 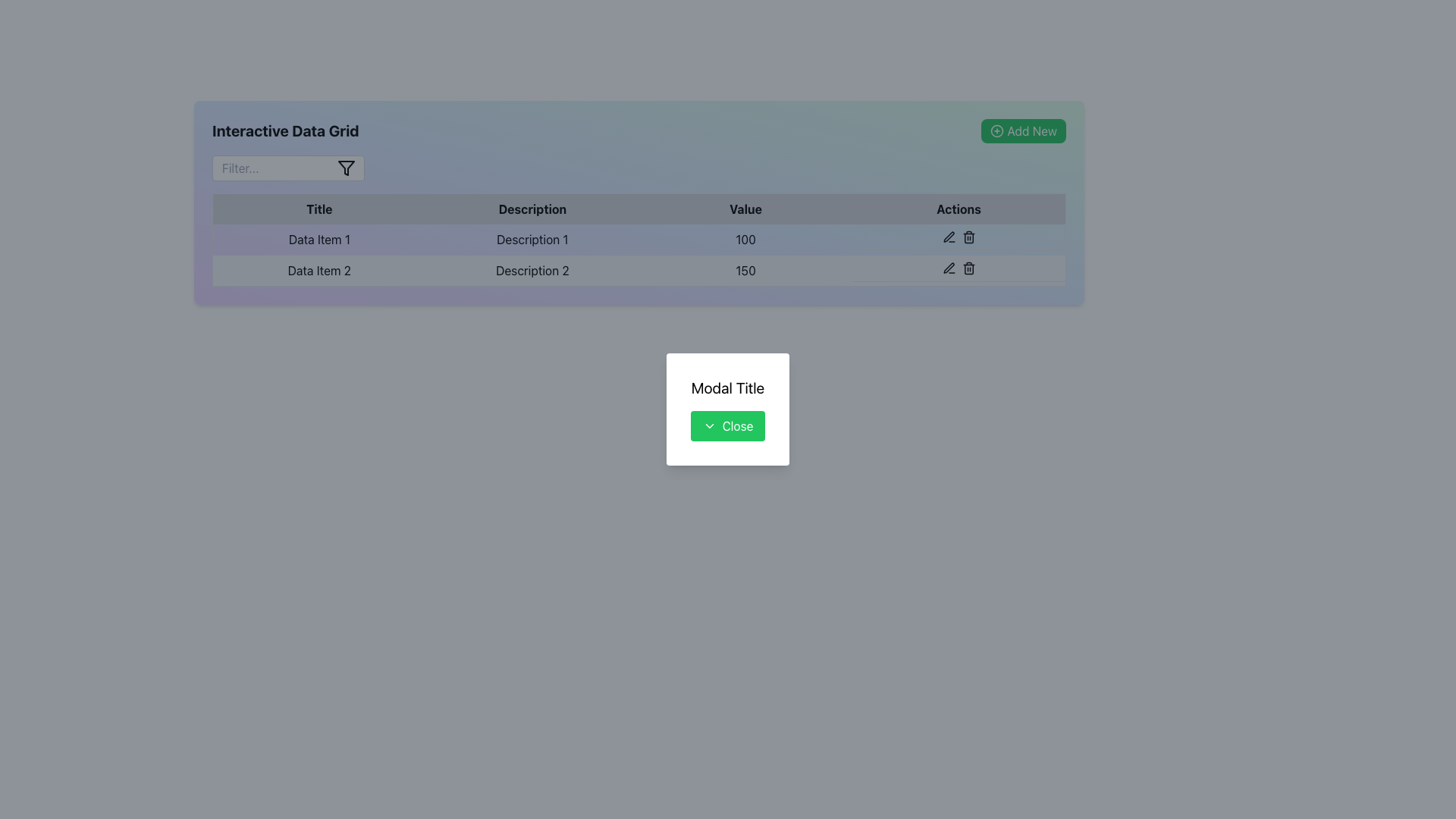 I want to click on the pen icon button located in the Actions column of the table, so click(x=948, y=267).